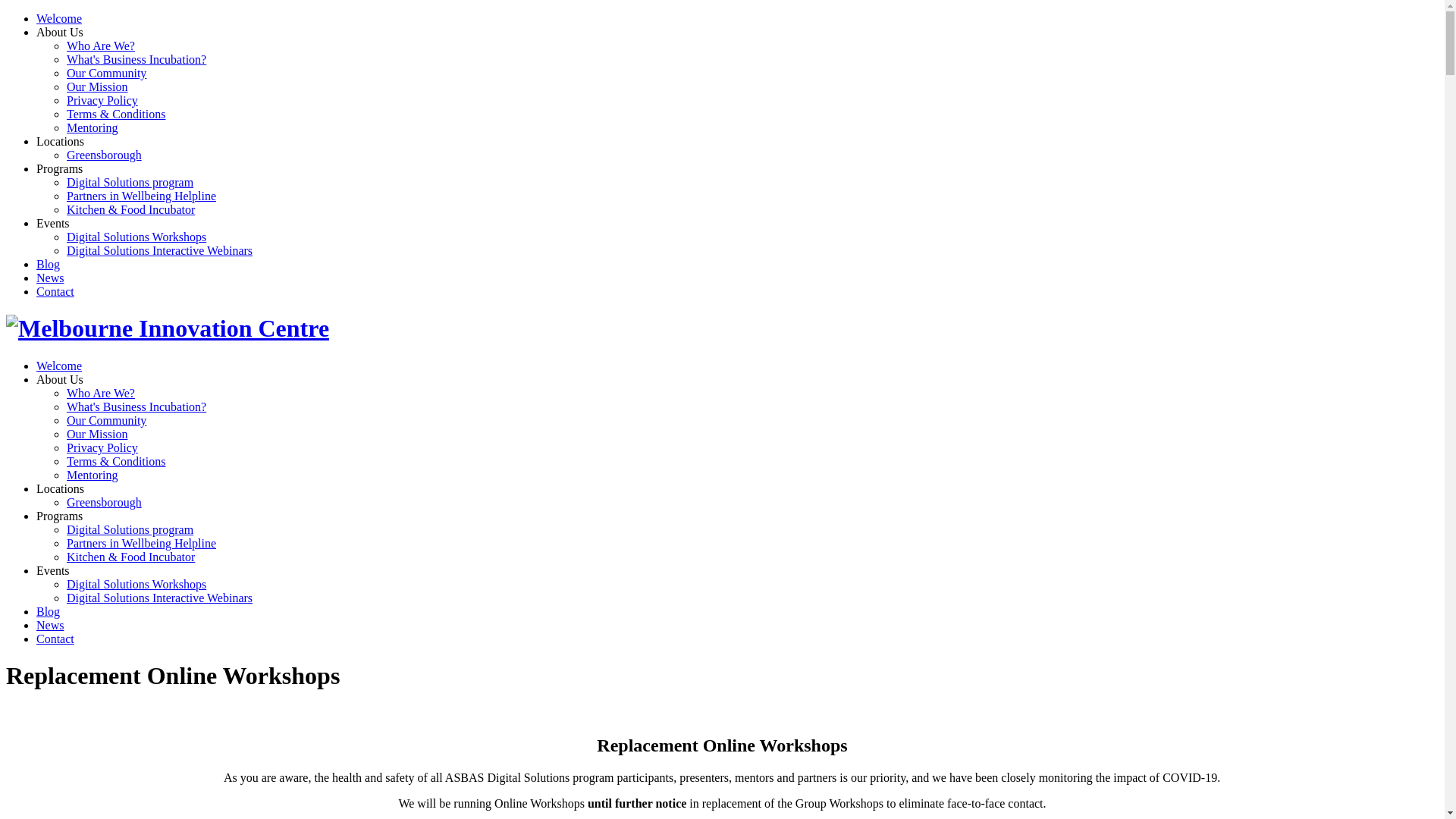 The width and height of the screenshot is (1456, 819). I want to click on 'Locations', so click(60, 141).